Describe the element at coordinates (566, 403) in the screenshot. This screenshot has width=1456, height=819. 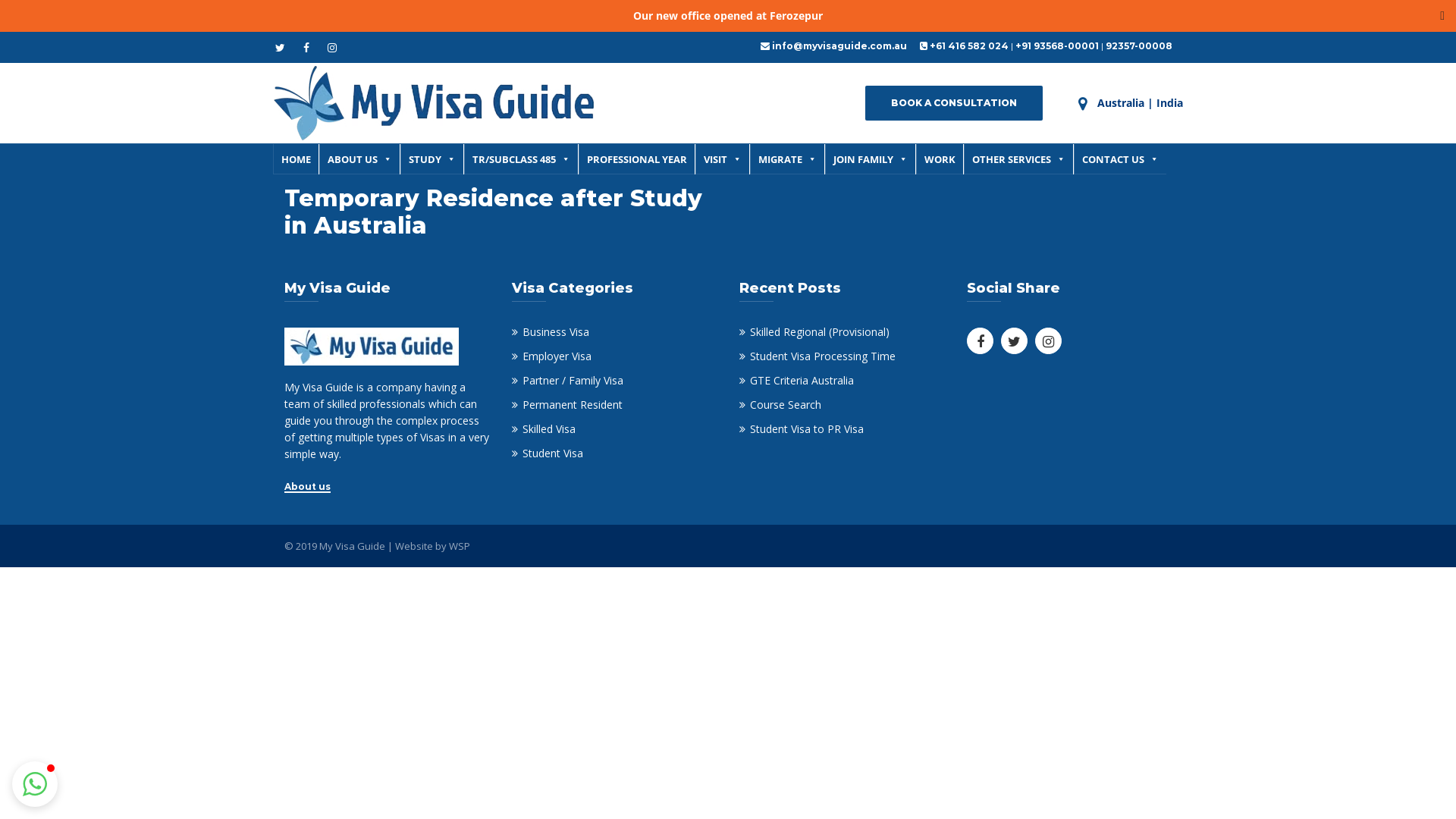
I see `'Permanent Resident'` at that location.